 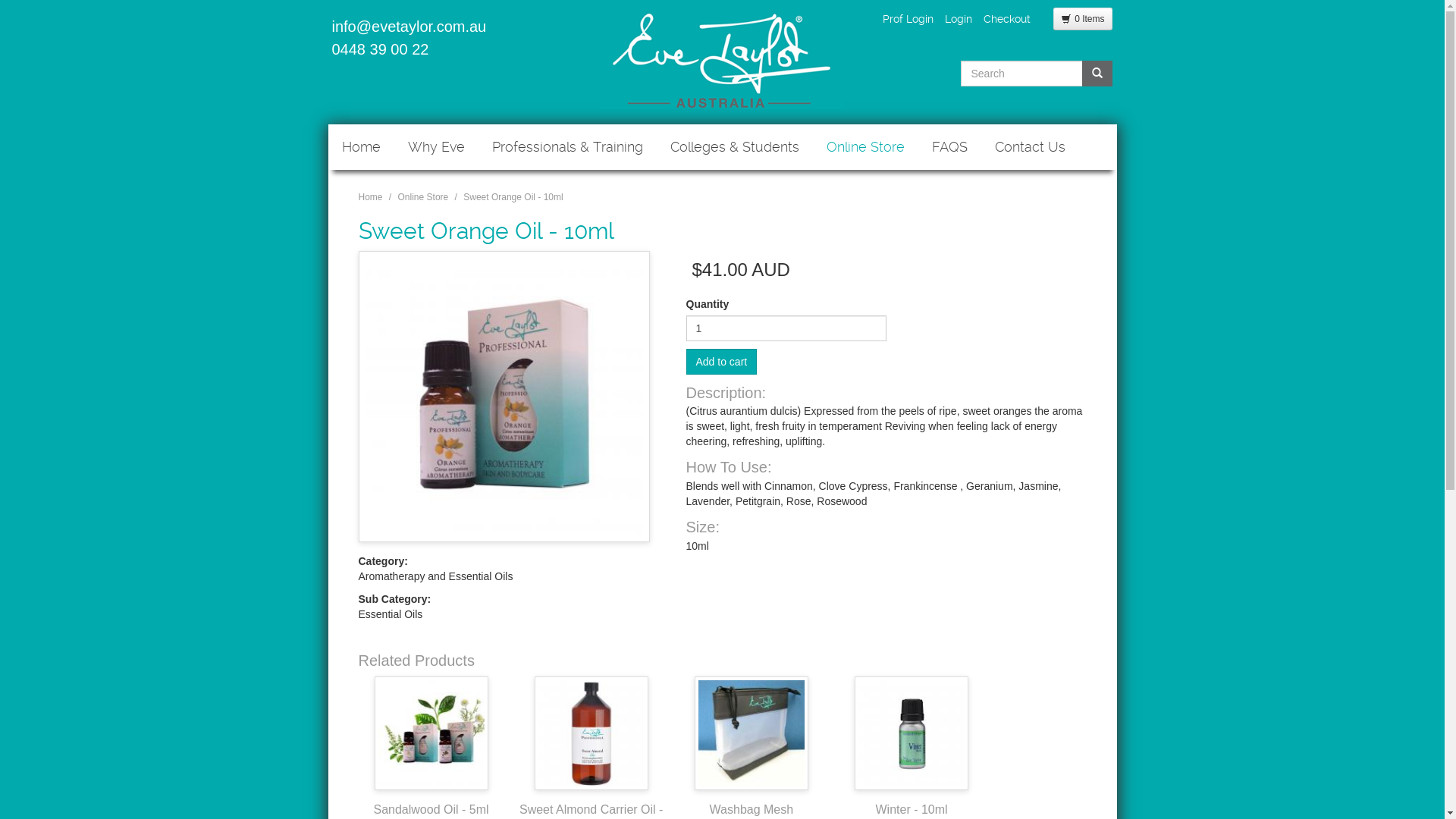 I want to click on 'Prof Login', so click(x=908, y=18).